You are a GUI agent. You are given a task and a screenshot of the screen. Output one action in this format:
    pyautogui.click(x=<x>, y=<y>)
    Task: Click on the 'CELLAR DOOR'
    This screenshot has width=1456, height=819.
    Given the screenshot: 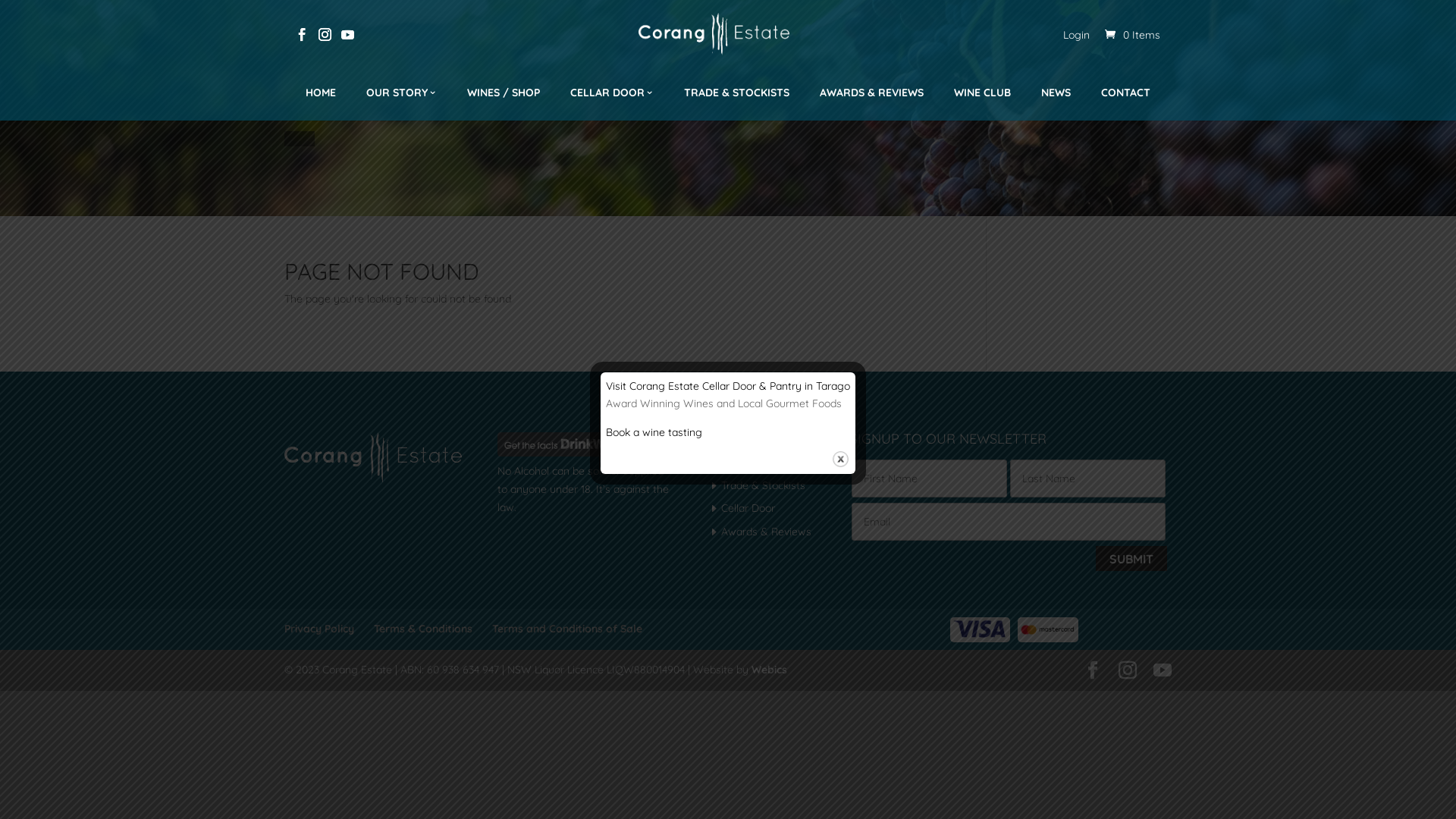 What is the action you would take?
    pyautogui.click(x=554, y=93)
    